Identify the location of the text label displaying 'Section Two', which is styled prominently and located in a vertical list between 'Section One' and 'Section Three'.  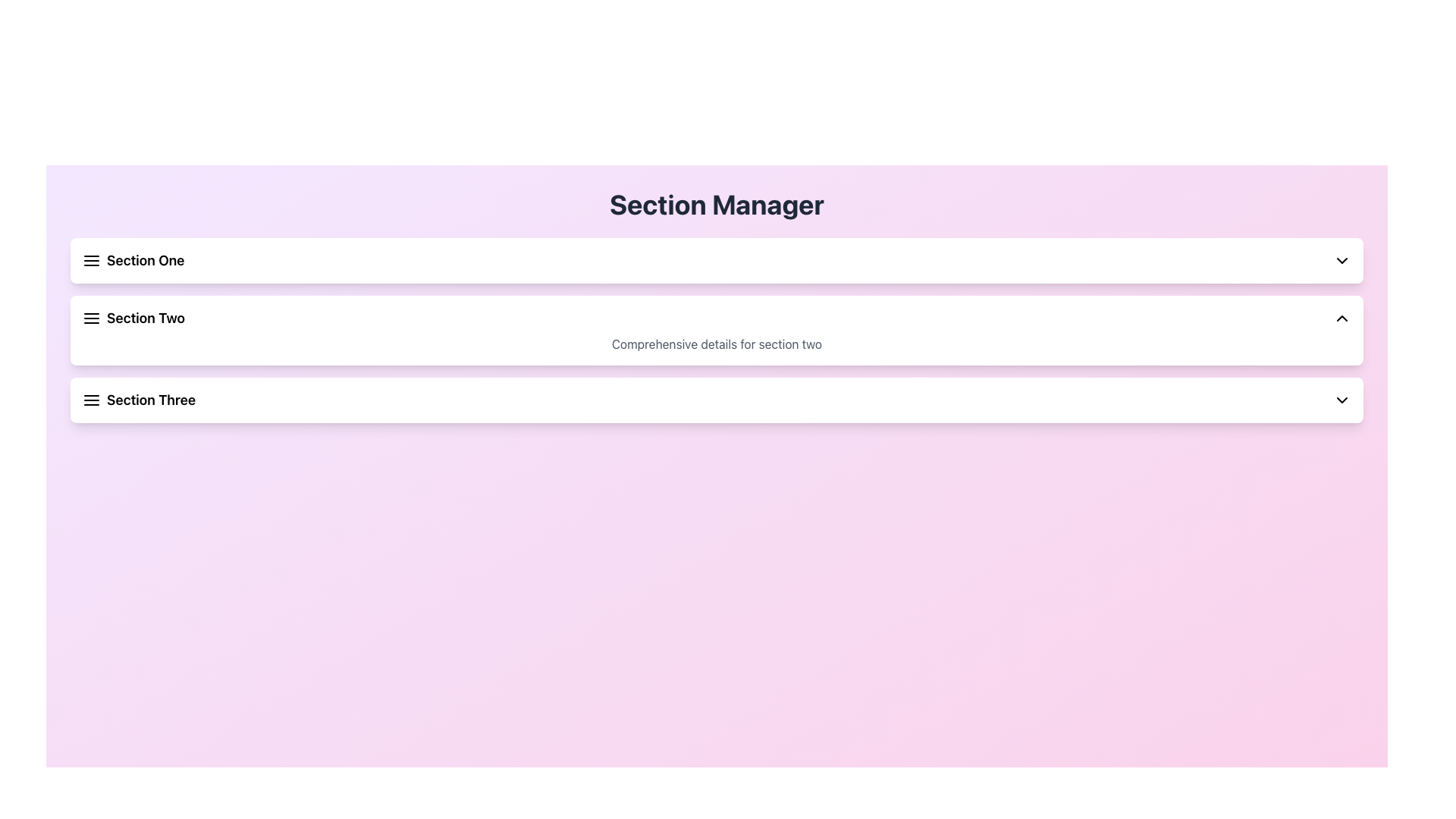
(133, 318).